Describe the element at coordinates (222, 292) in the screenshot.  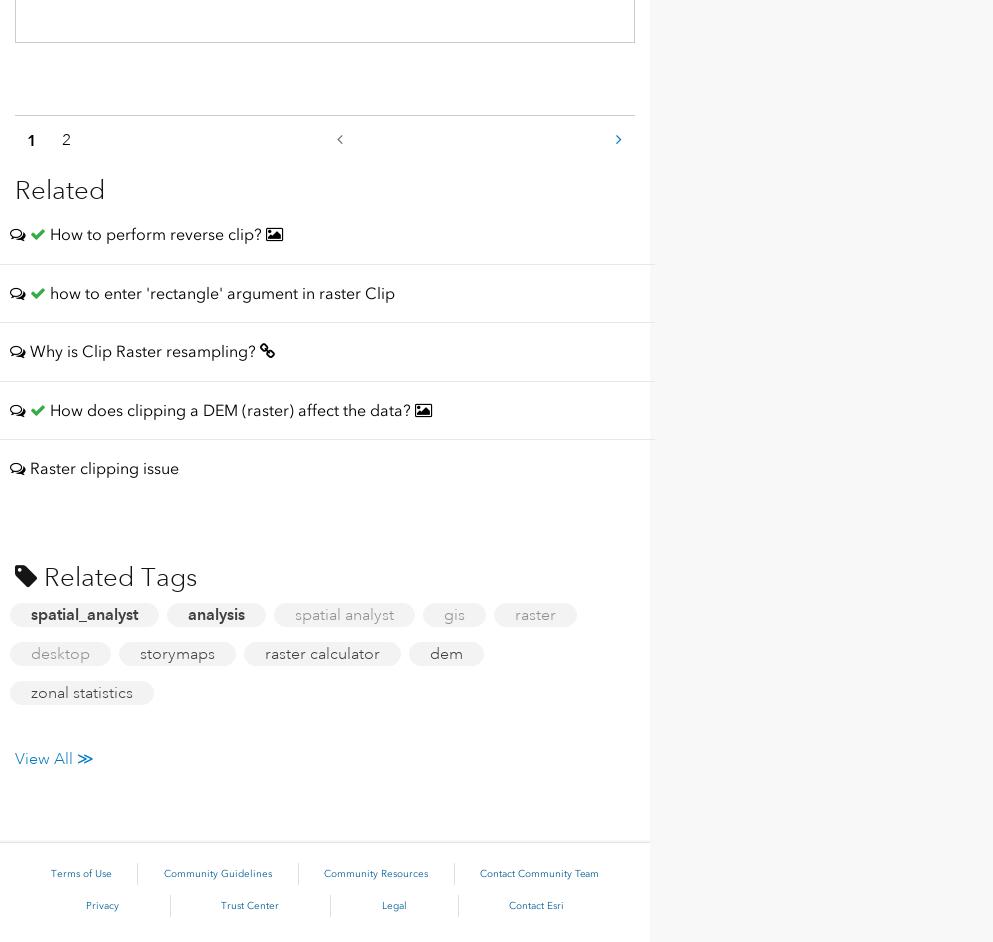
I see `'how to enter 'rectangle' argument in raster Clip'` at that location.